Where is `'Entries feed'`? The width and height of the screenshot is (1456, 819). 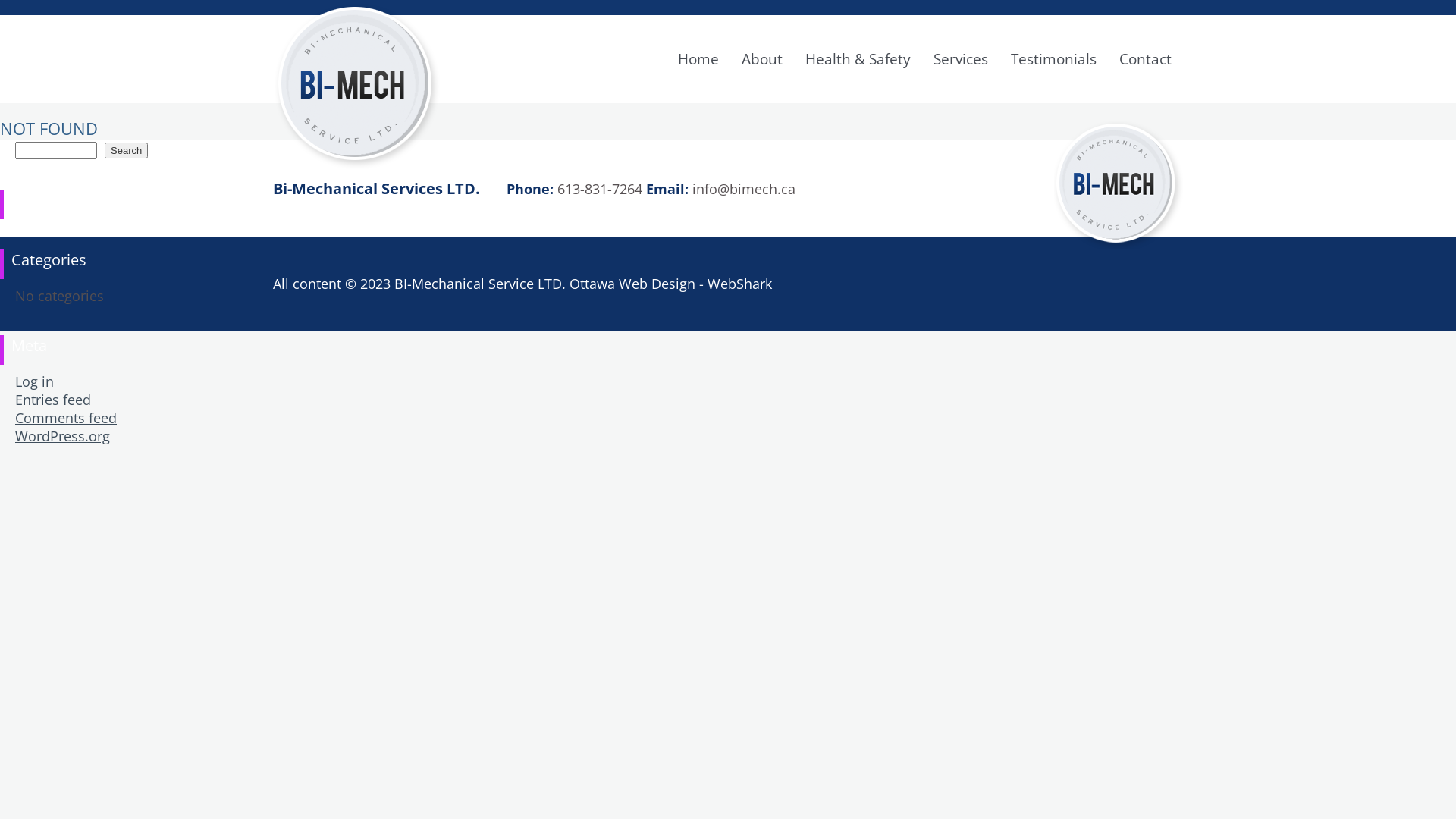 'Entries feed' is located at coordinates (53, 399).